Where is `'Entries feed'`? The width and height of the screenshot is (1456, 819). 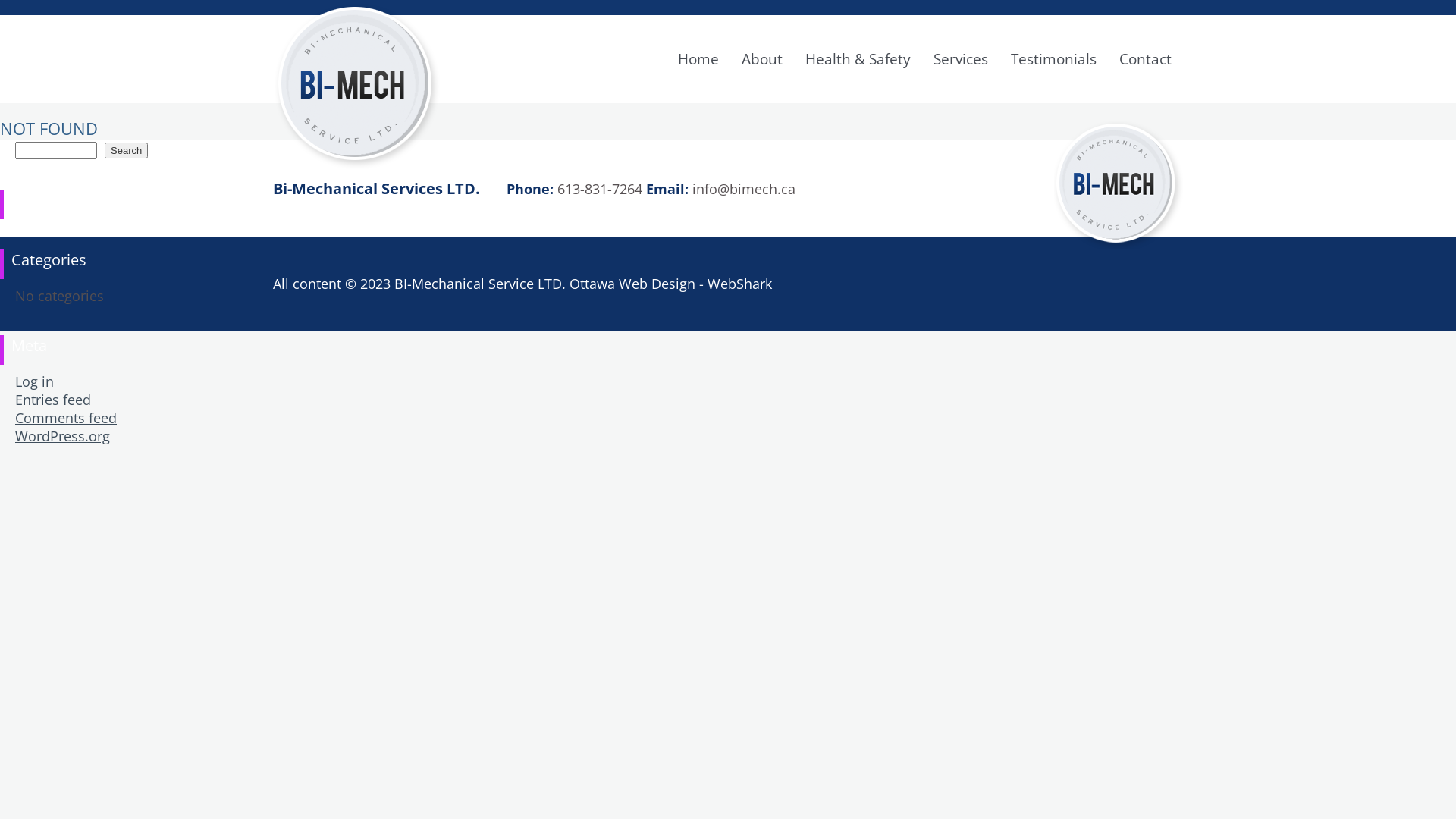 'Entries feed' is located at coordinates (53, 399).